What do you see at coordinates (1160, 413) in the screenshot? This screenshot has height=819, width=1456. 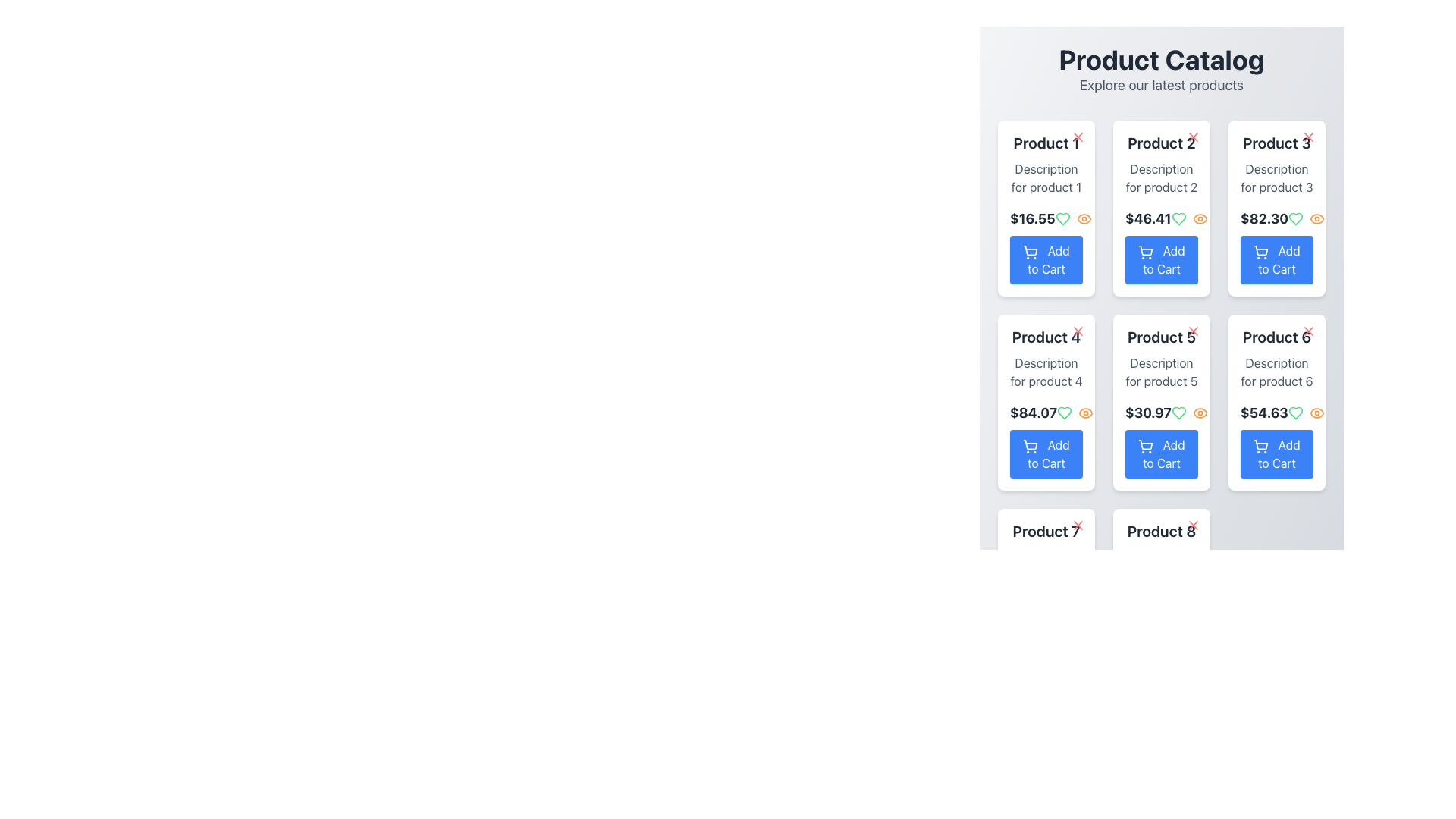 I see `text element displaying the price "$30.97" located below the description for "Product 5" and above the "Add to Cart" button` at bounding box center [1160, 413].